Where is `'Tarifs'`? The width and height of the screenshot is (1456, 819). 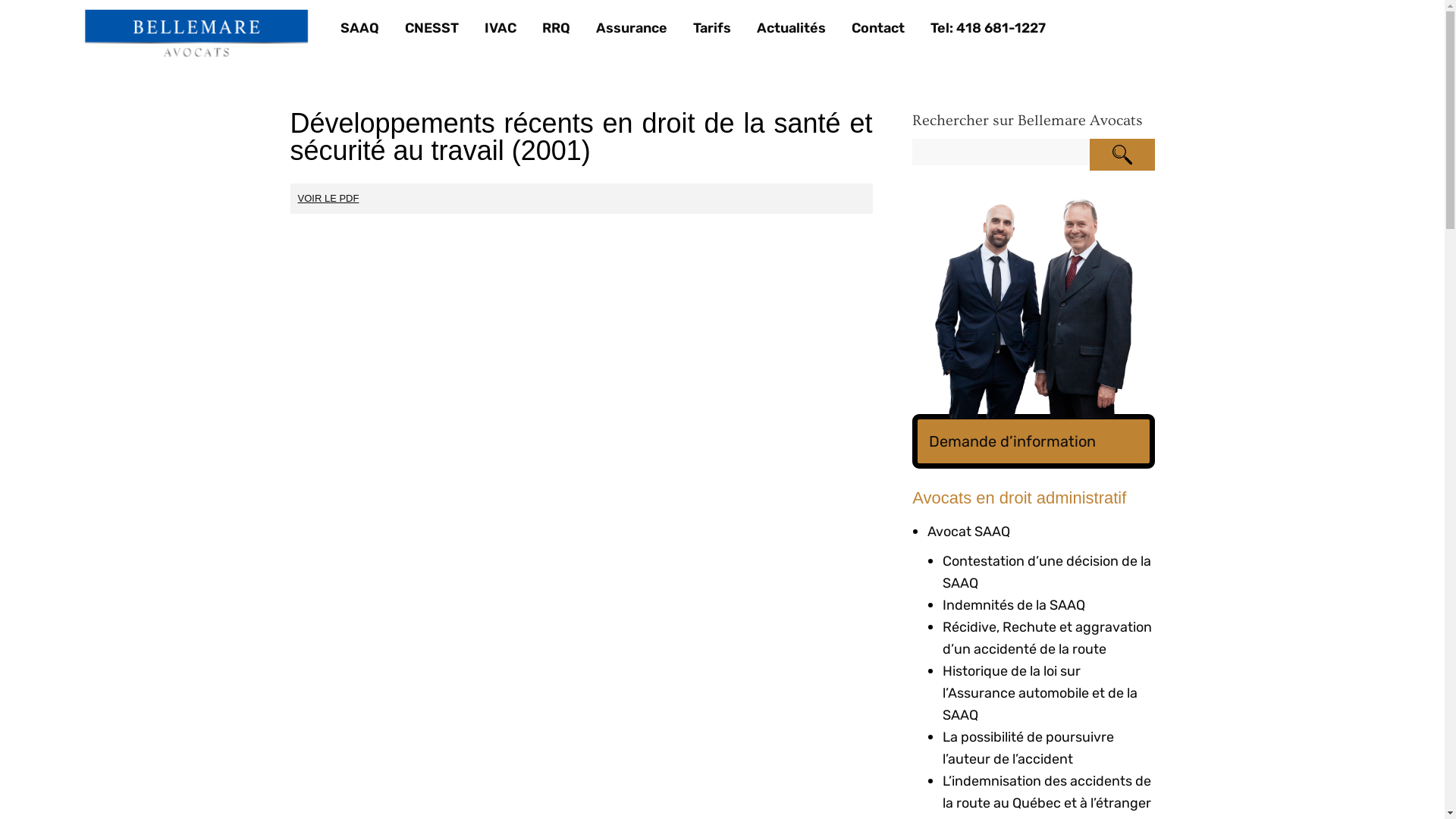
'Tarifs' is located at coordinates (711, 28).